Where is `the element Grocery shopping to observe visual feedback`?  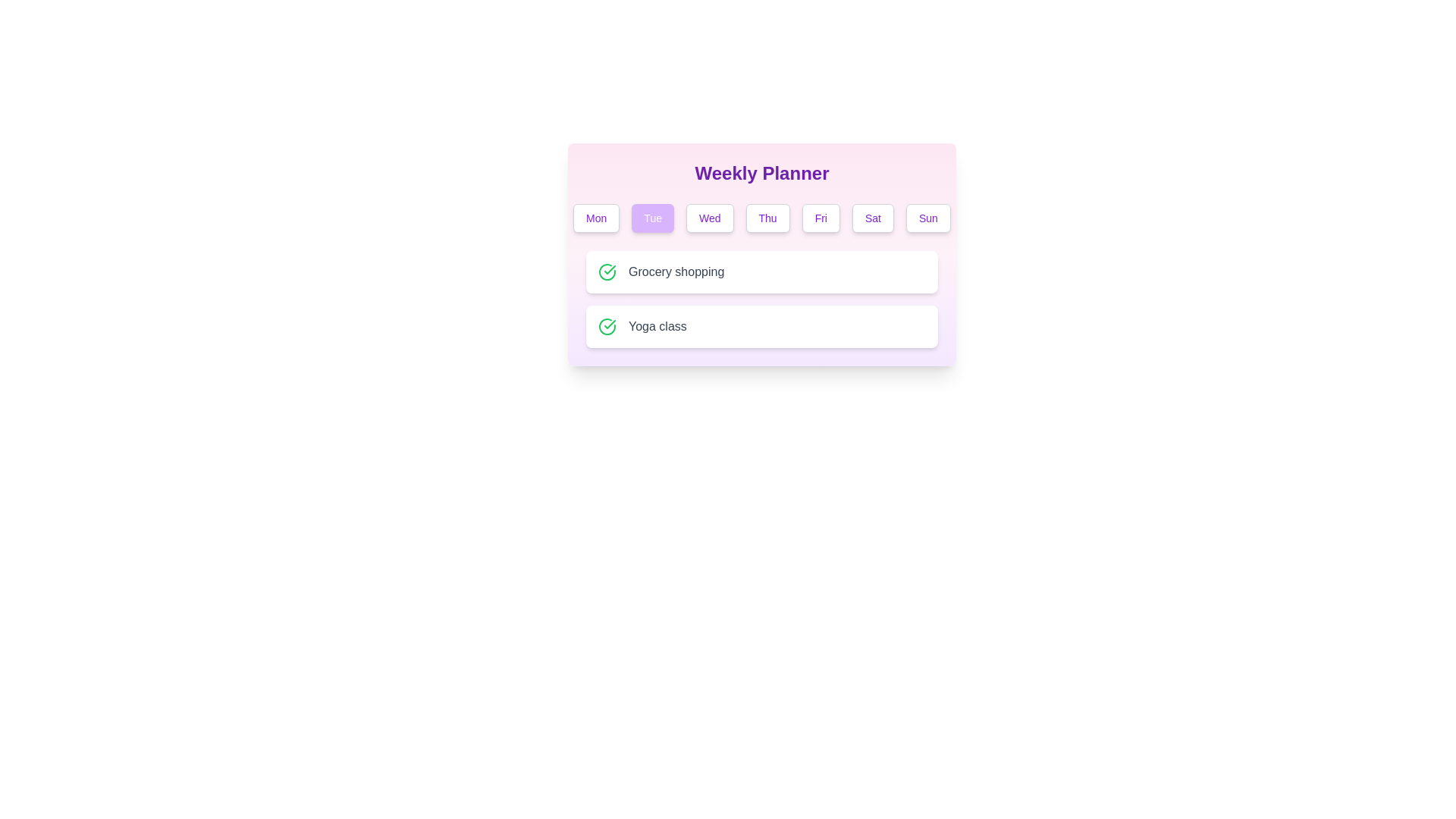
the element Grocery shopping to observe visual feedback is located at coordinates (761, 271).